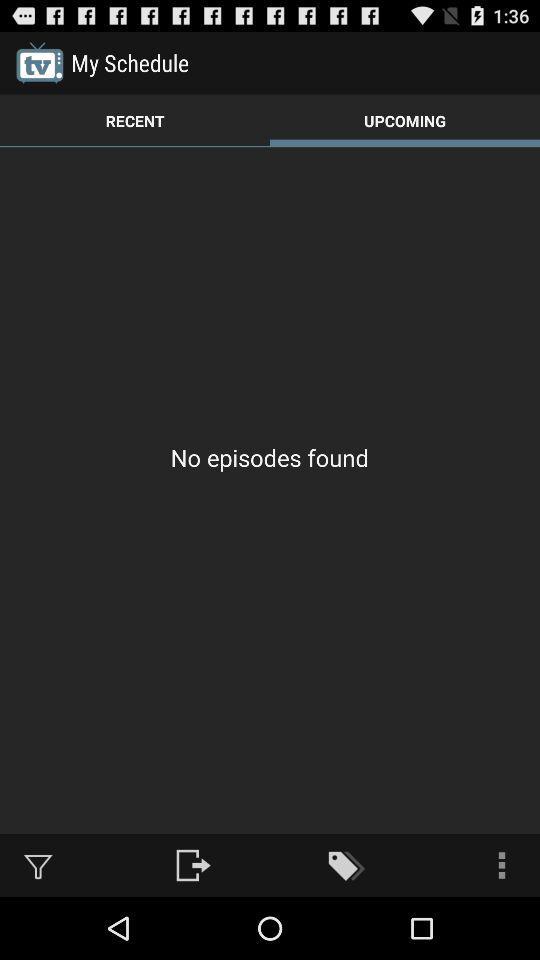  I want to click on upcoming at the top right corner, so click(405, 120).